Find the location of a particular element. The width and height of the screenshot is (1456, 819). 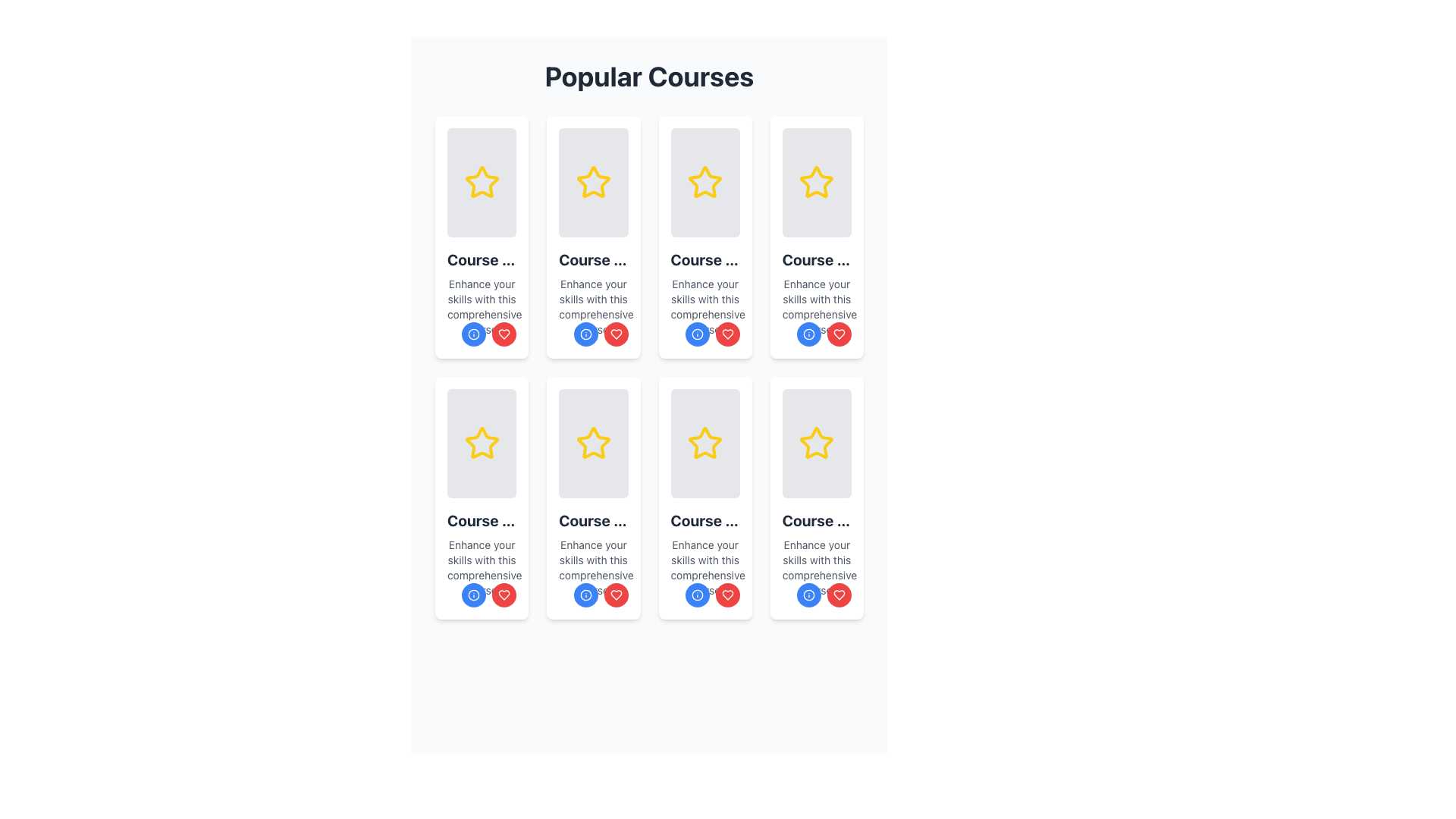

the information icon button located at the bottom-left corner of the course card is located at coordinates (808, 333).